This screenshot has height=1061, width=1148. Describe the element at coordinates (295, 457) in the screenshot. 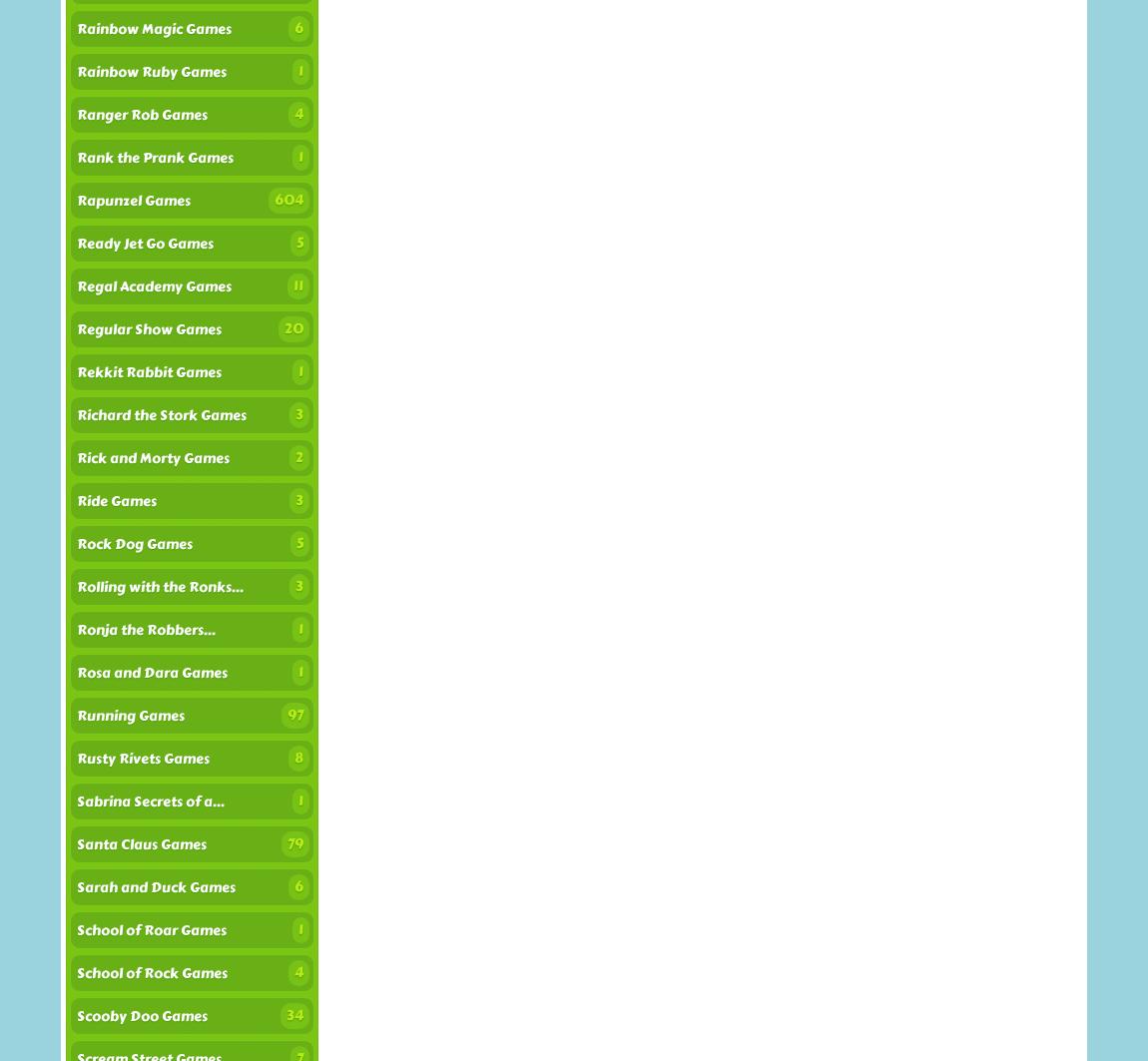

I see `'2'` at that location.